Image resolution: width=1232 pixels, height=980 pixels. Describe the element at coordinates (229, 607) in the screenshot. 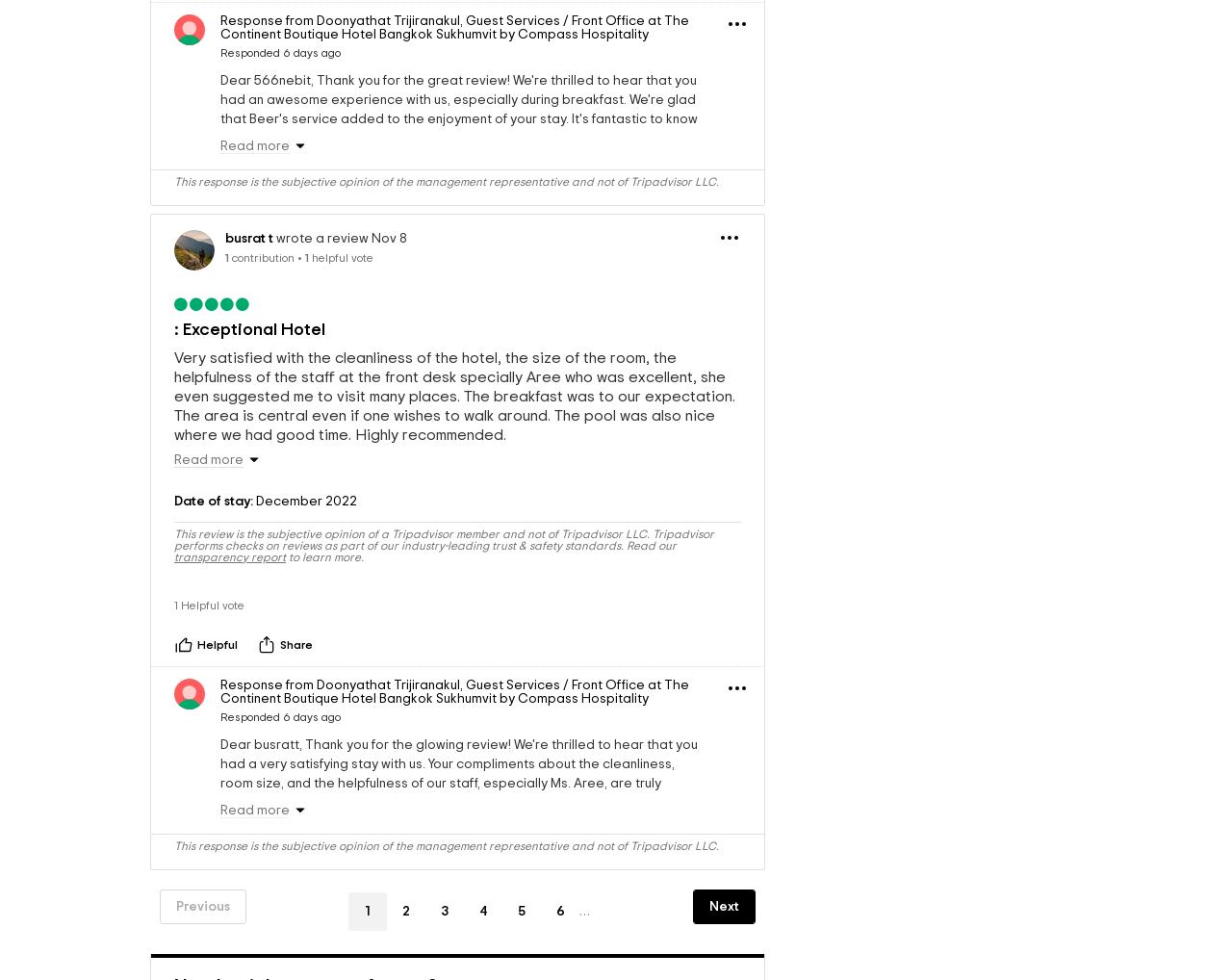

I see `'transparency report'` at that location.